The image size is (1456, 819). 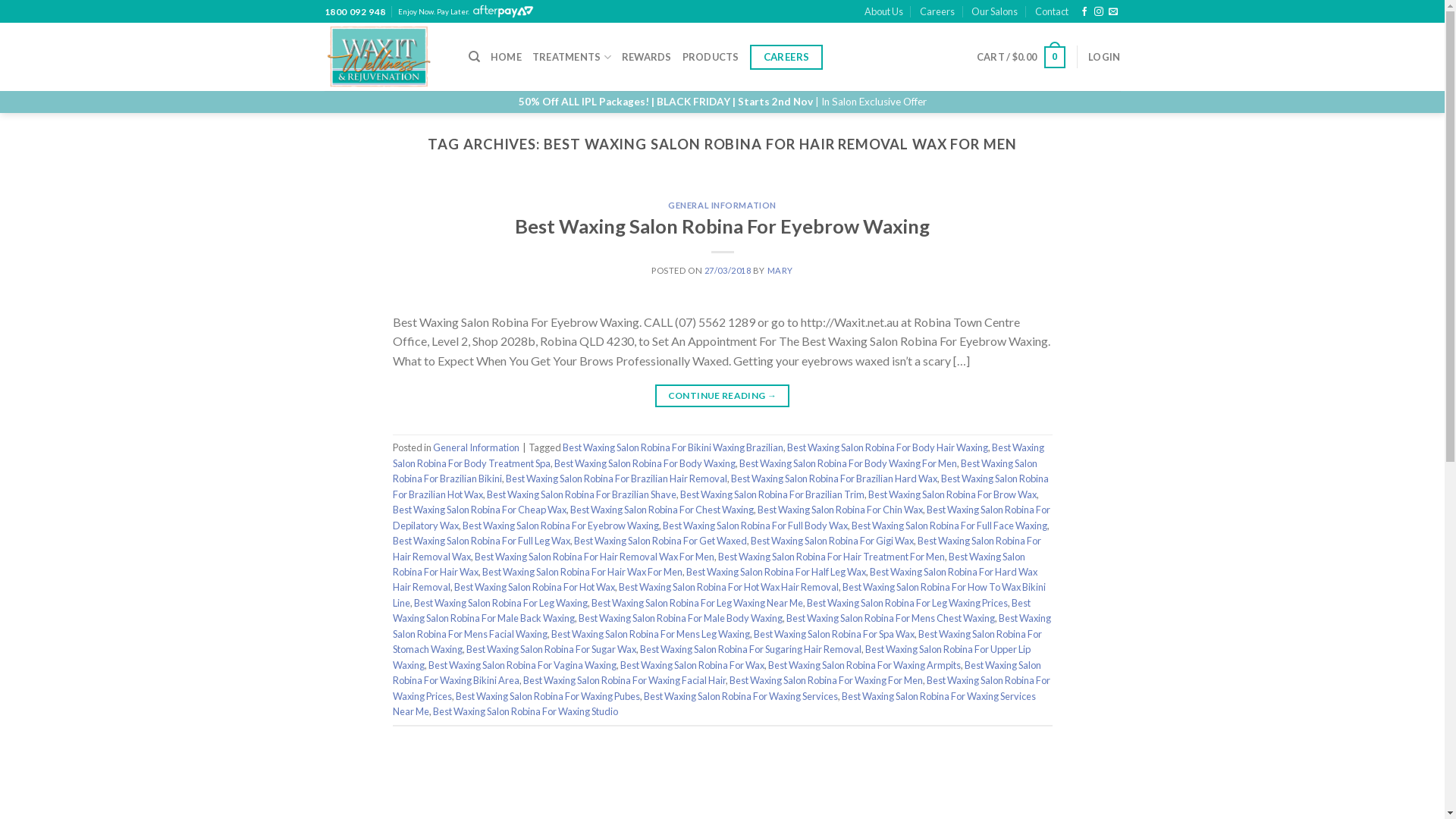 What do you see at coordinates (950, 494) in the screenshot?
I see `'Best Waxing Salon Robina For Brow Wax'` at bounding box center [950, 494].